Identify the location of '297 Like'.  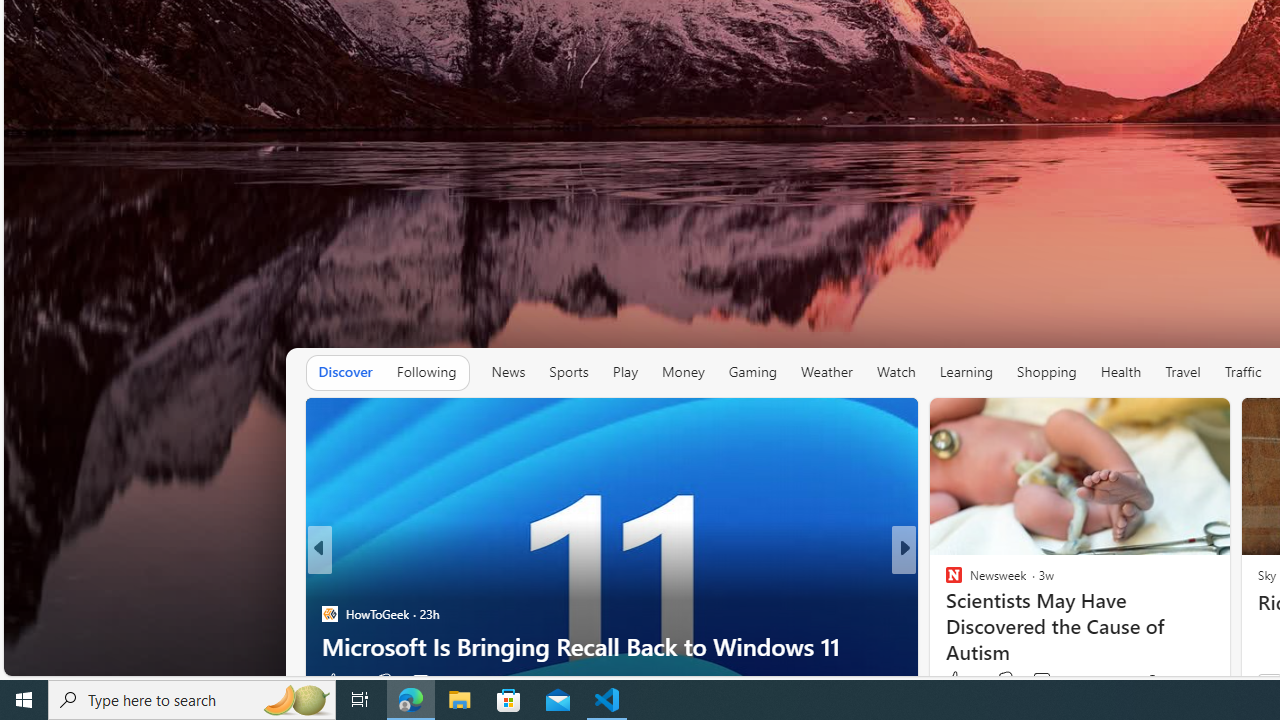
(958, 680).